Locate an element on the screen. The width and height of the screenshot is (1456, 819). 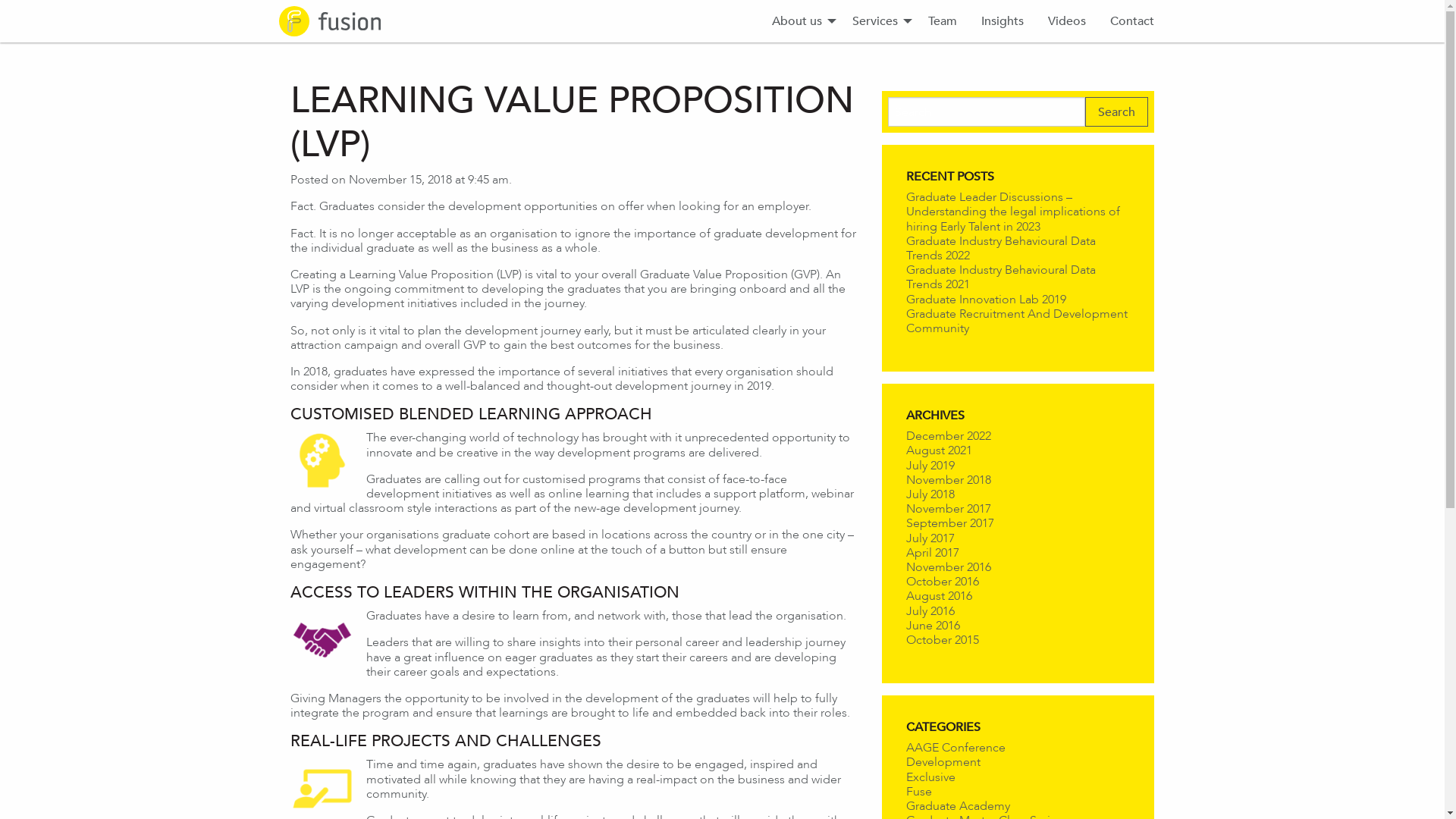
'November 2017' is located at coordinates (946, 508).